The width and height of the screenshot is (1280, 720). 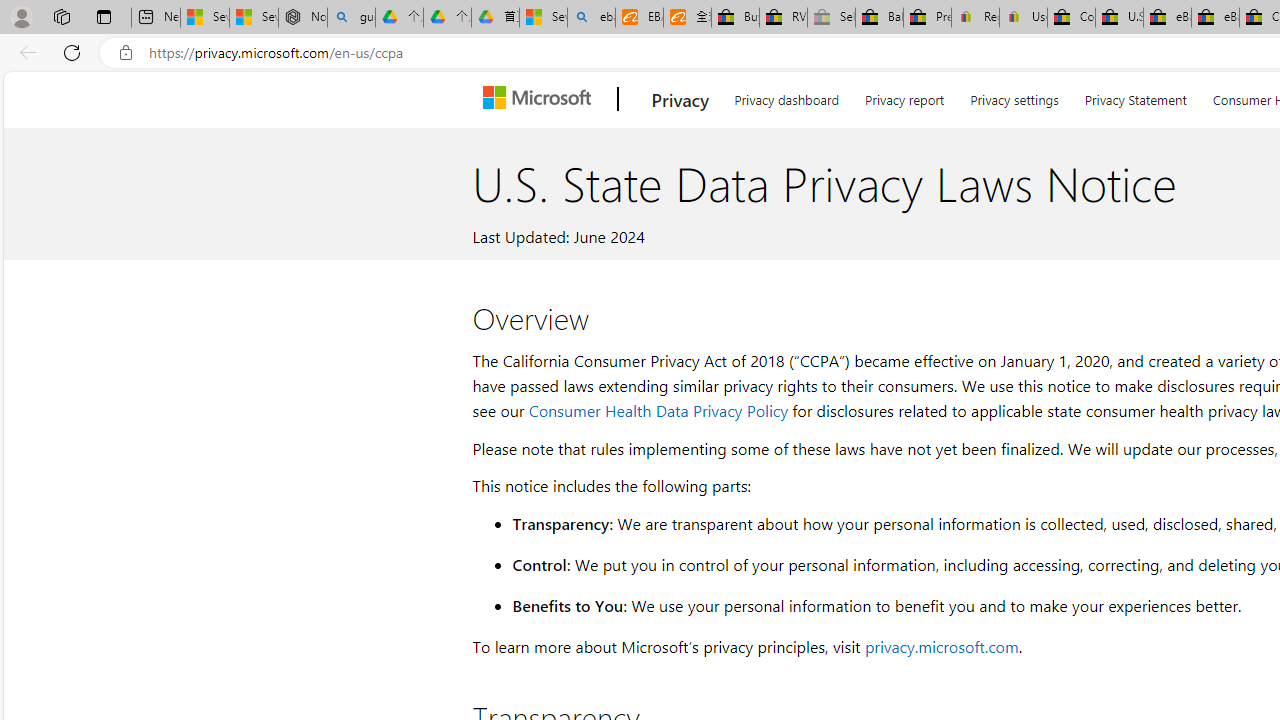 What do you see at coordinates (831, 17) in the screenshot?
I see `'Sell worldwide with eBay - Sleeping'` at bounding box center [831, 17].